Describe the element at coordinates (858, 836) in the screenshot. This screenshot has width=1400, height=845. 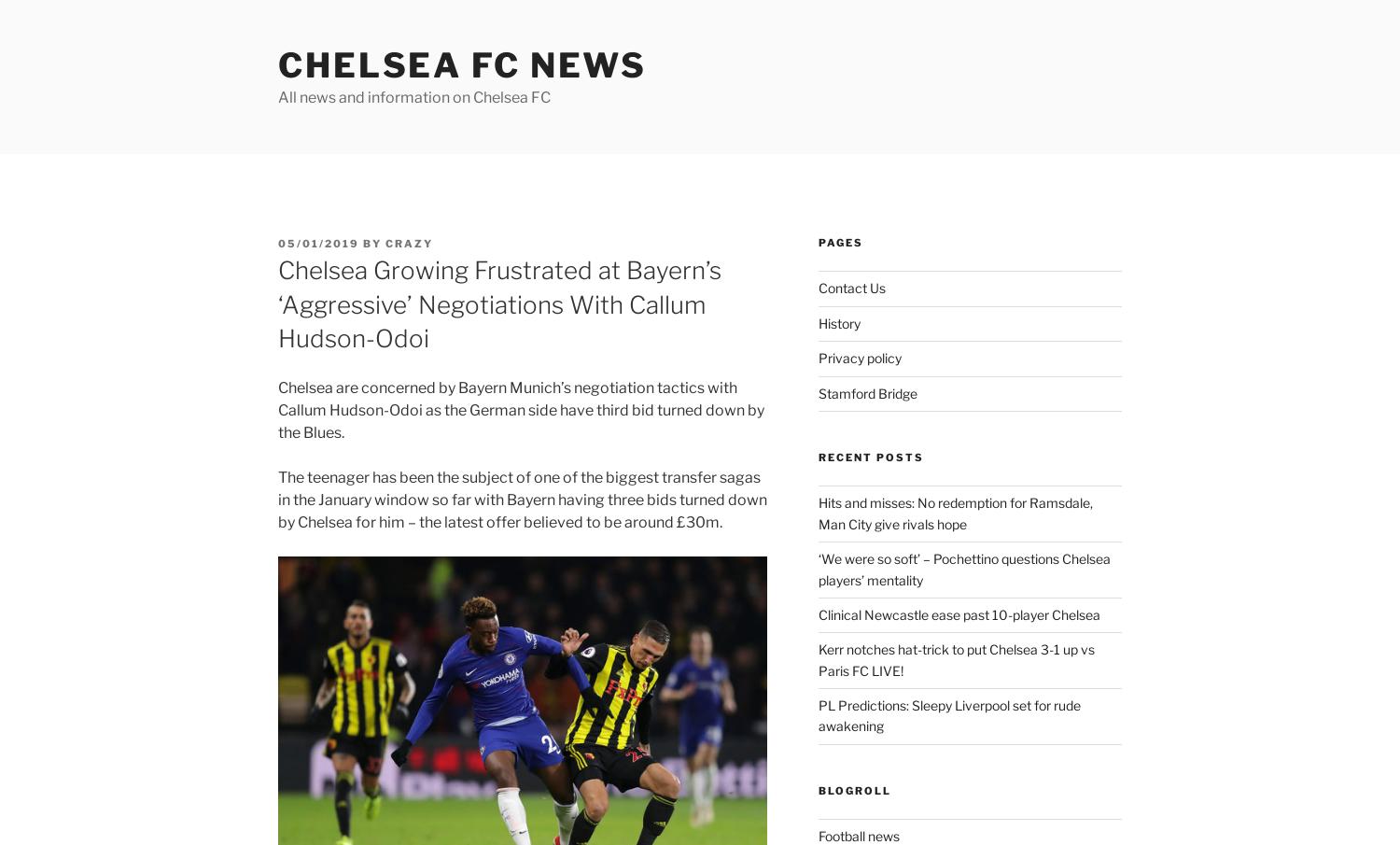
I see `'Football news'` at that location.